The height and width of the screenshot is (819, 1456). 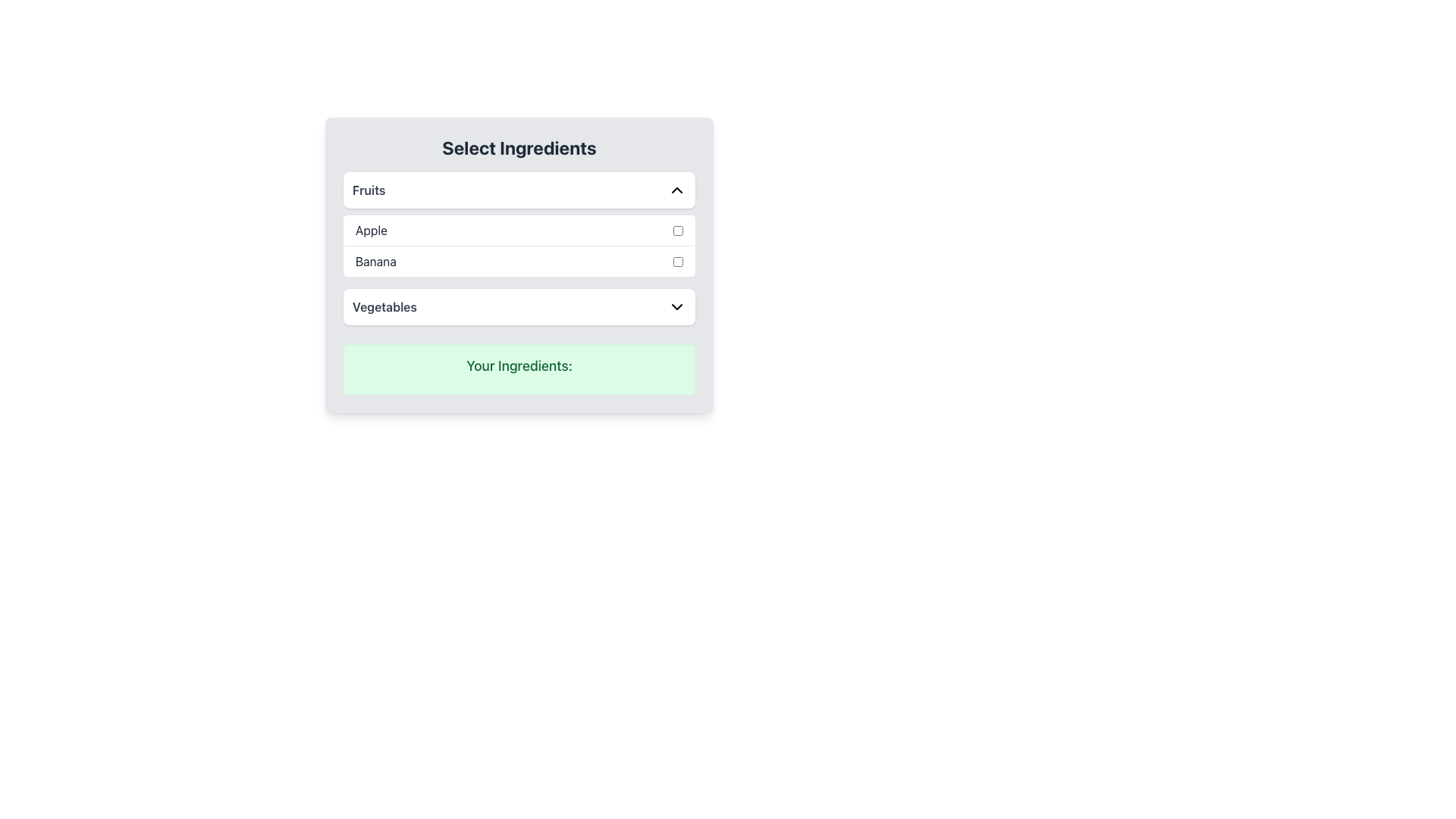 What do you see at coordinates (677, 231) in the screenshot?
I see `the checkbox for the 'Apple' option located at the far right side of the second row in the list of options` at bounding box center [677, 231].